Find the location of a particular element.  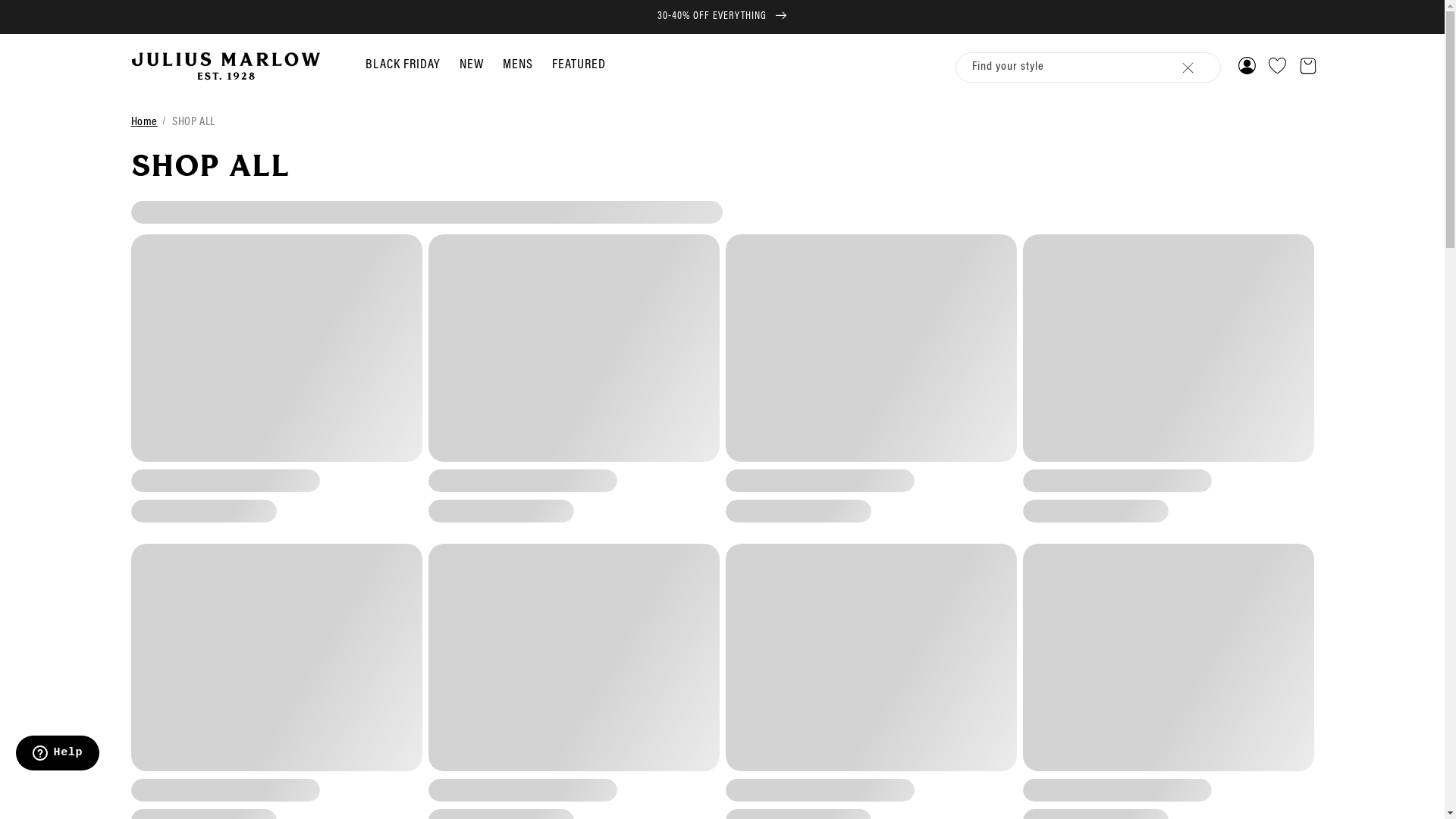

'NEW' is located at coordinates (458, 64).